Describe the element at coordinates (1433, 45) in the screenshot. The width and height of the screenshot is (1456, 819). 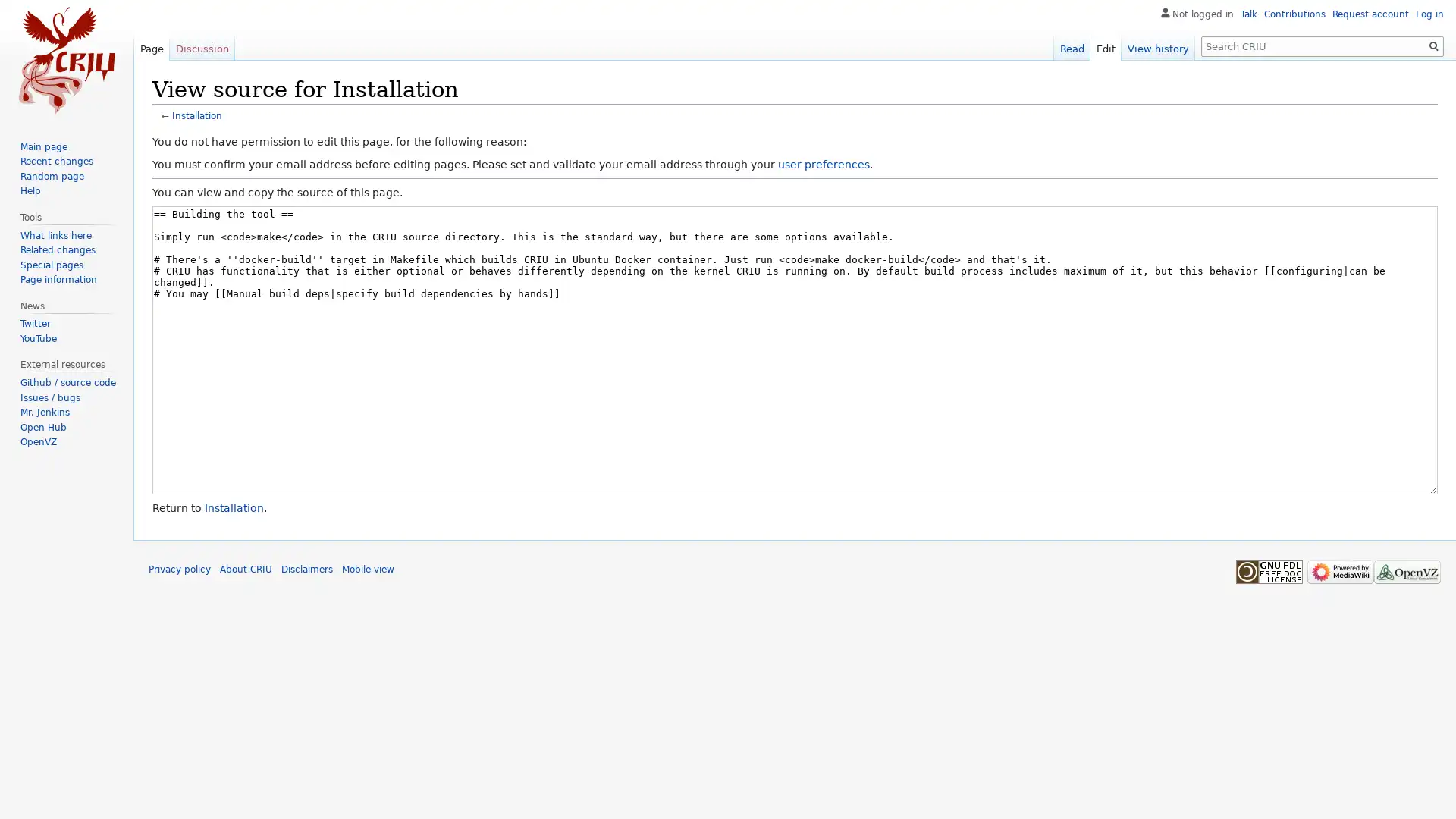
I see `Go` at that location.